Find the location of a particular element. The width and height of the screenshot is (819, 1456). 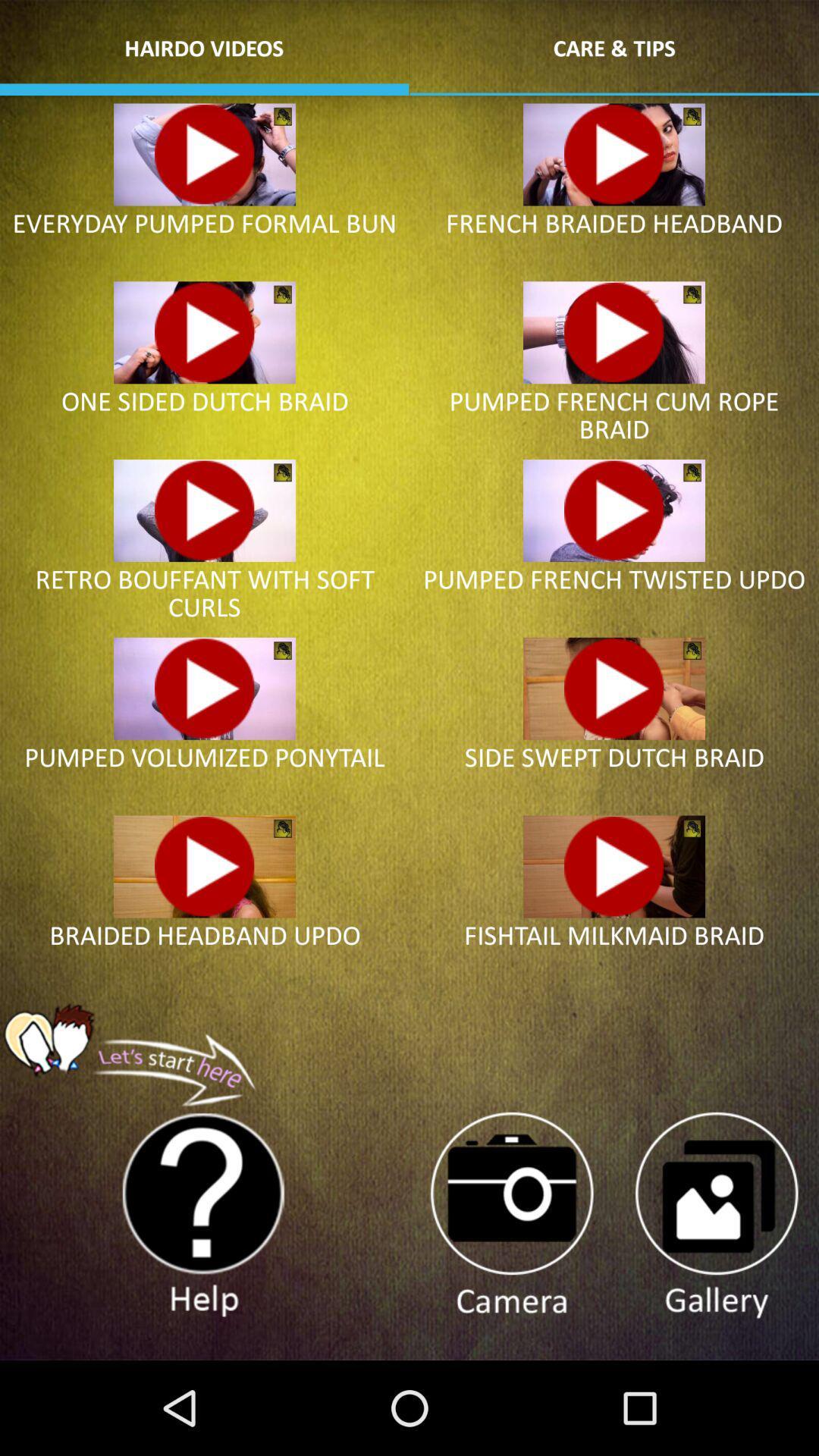

camera application is located at coordinates (511, 1216).